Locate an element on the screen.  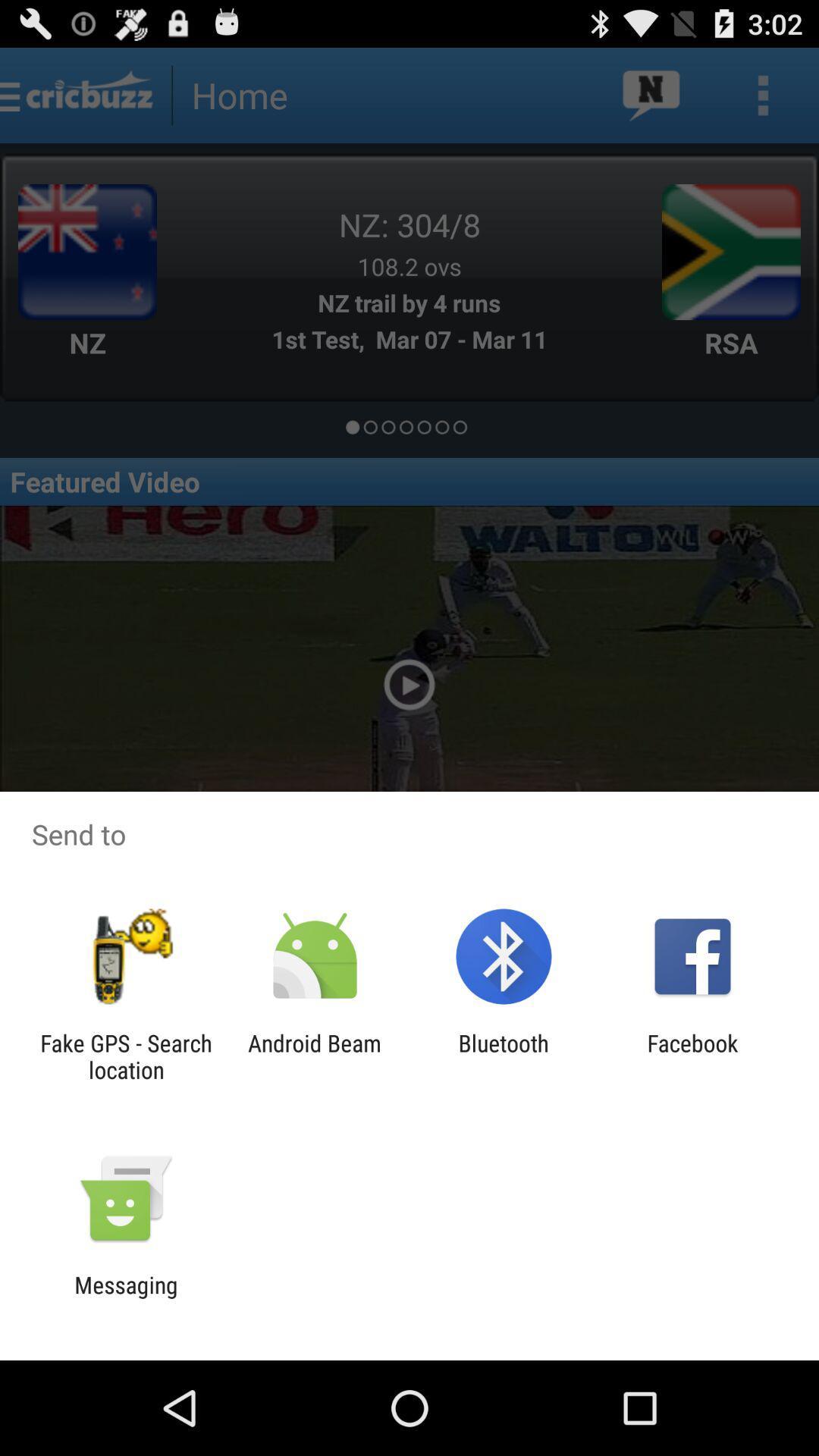
the facebook is located at coordinates (692, 1056).